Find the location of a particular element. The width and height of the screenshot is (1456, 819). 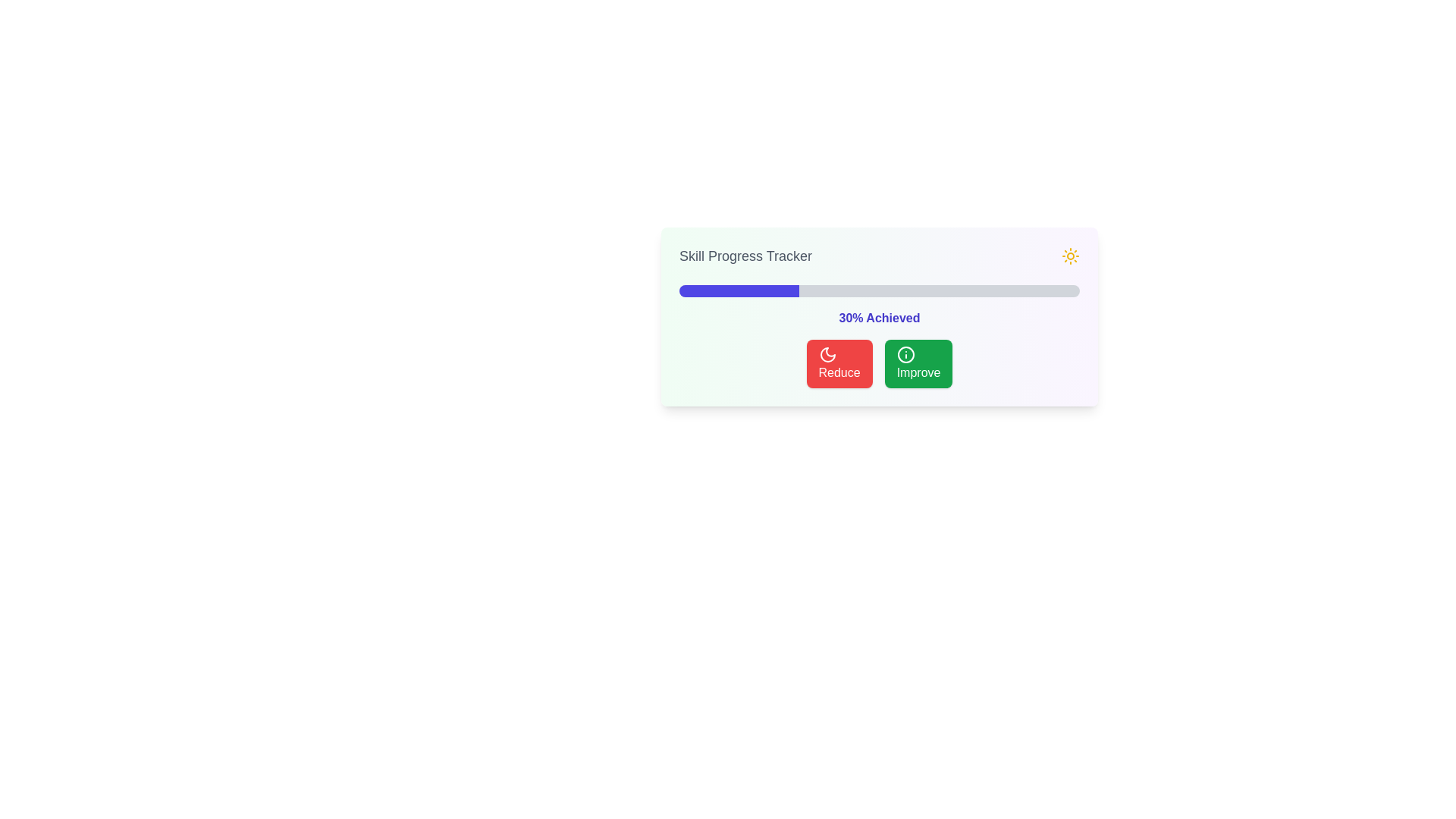

the Progress bar that visually represents a 30% completion level, located under the heading 'Skill Progress Tracker' and above the text '30% Achieved.' is located at coordinates (880, 291).